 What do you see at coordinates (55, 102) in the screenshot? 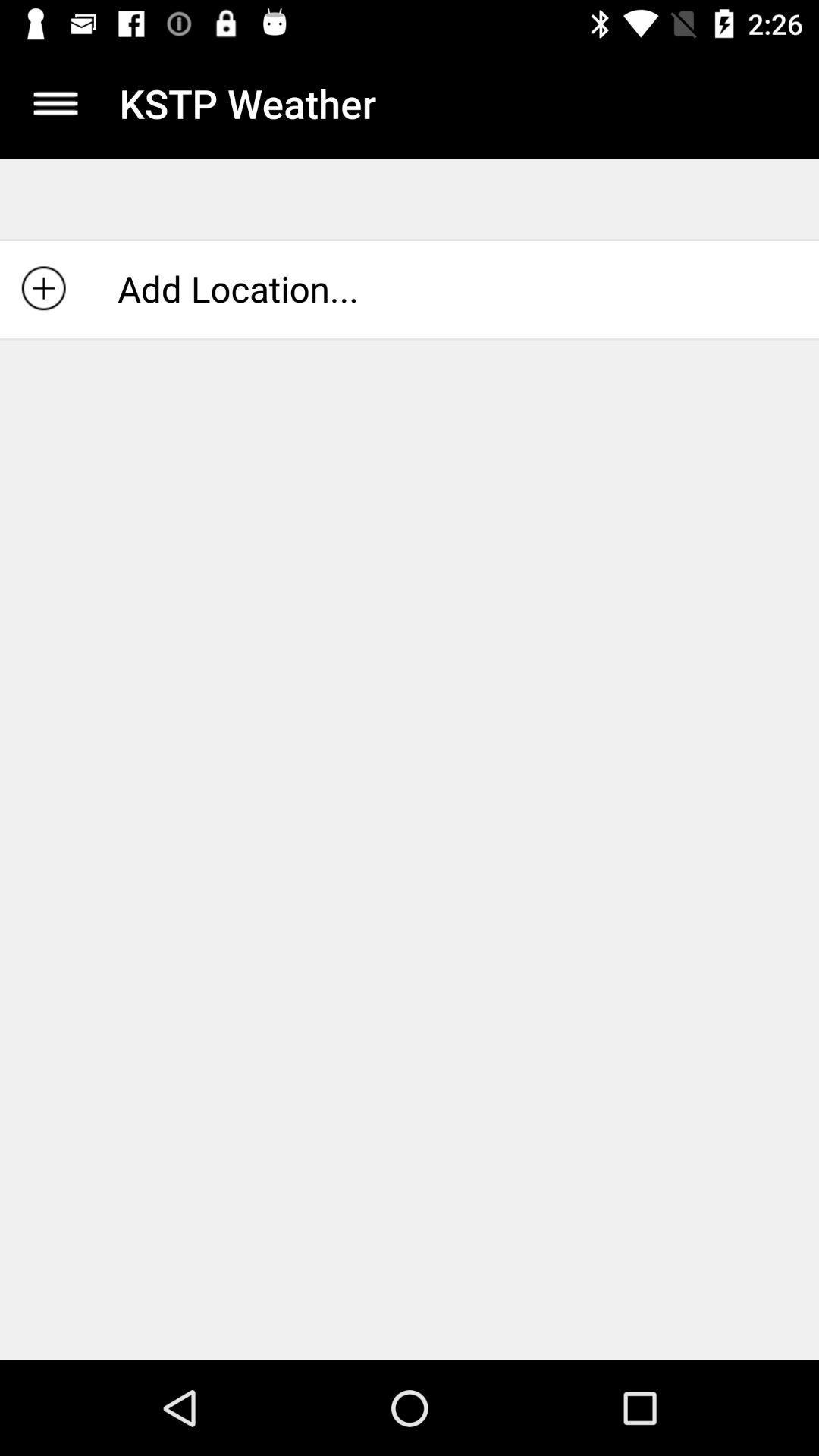
I see `more options` at bounding box center [55, 102].